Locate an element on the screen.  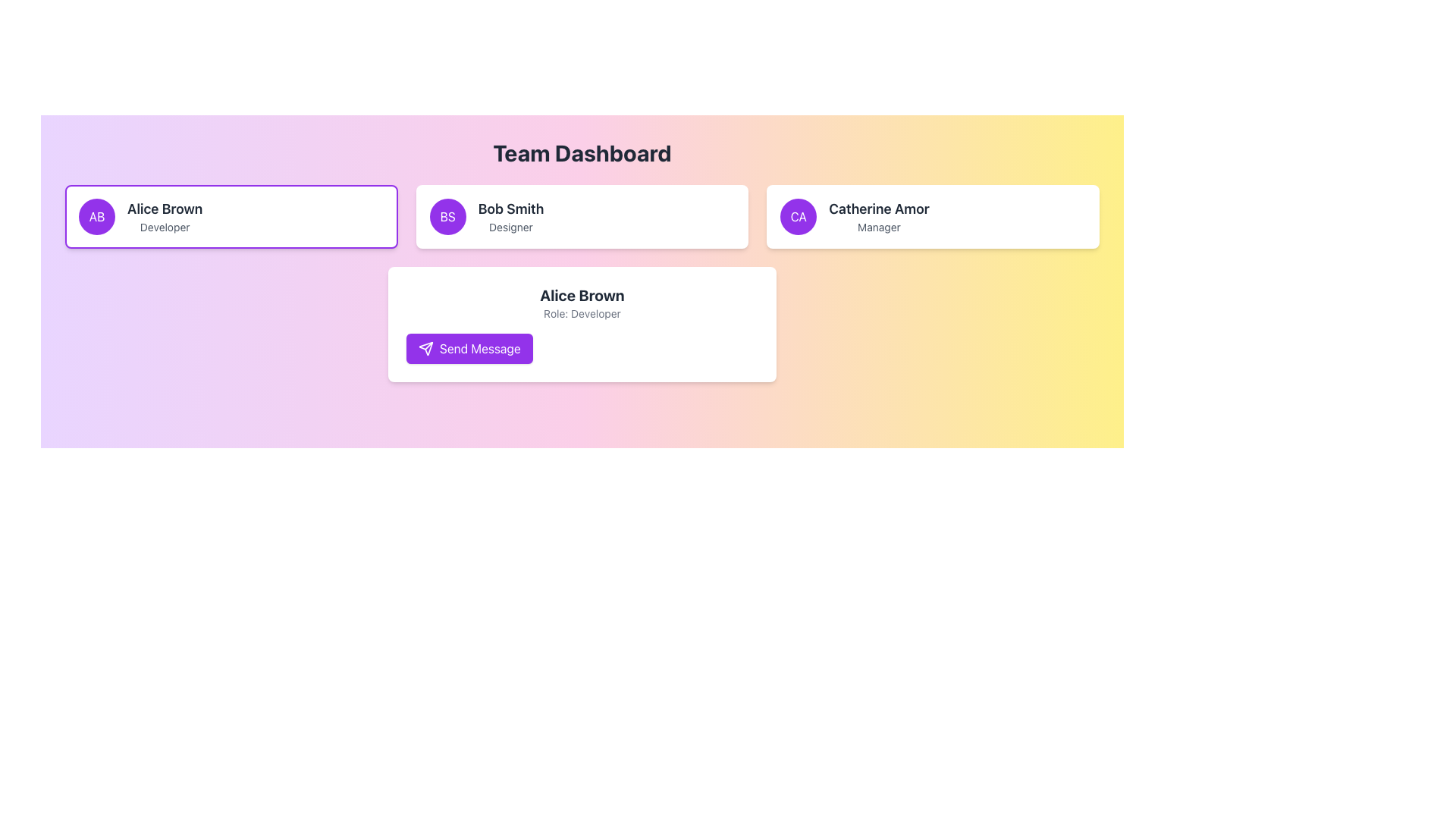
the Text Display showing 'Catherine Amor' and 'Manager' is located at coordinates (879, 216).